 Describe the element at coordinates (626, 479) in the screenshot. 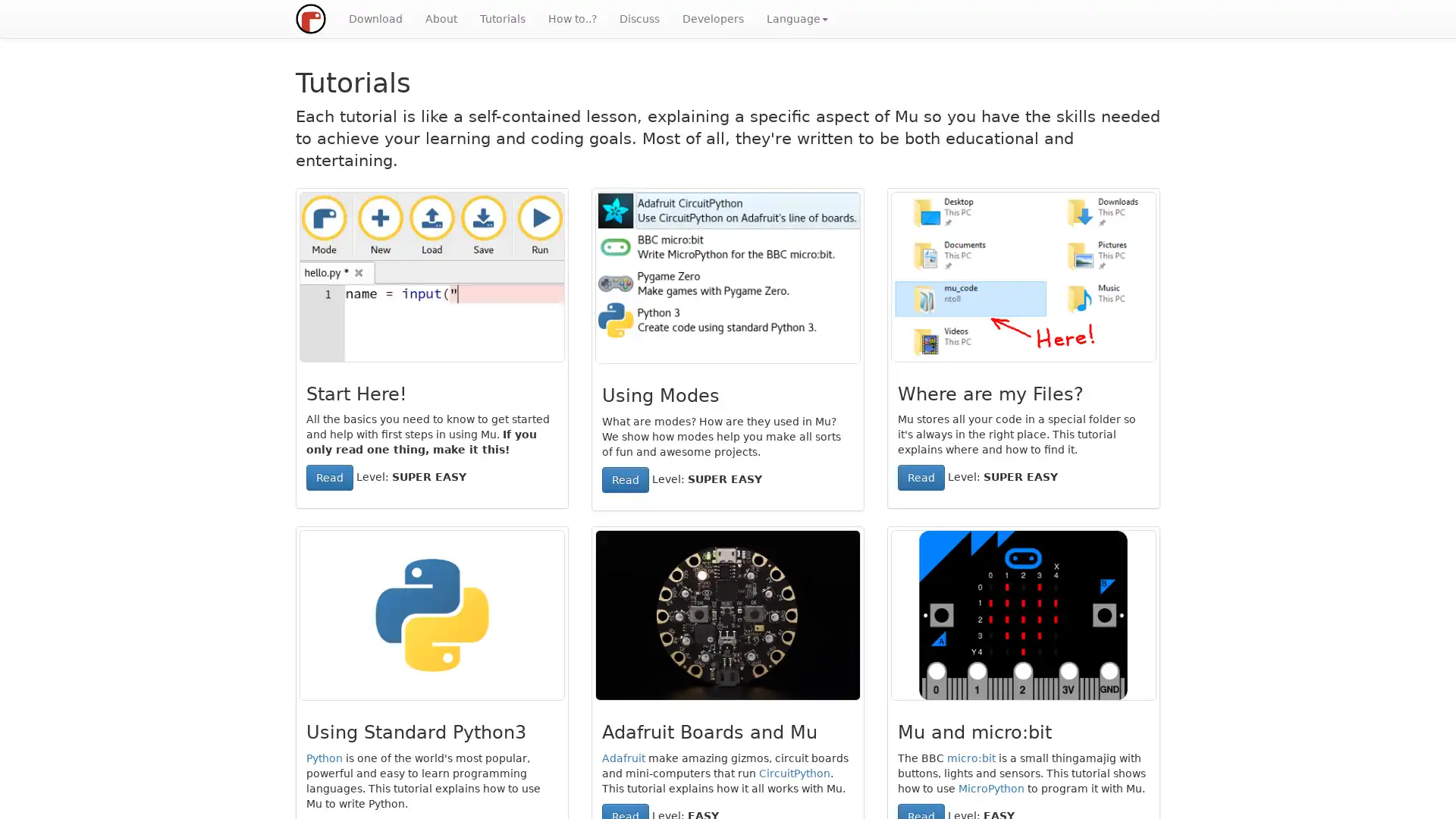

I see `Read` at that location.